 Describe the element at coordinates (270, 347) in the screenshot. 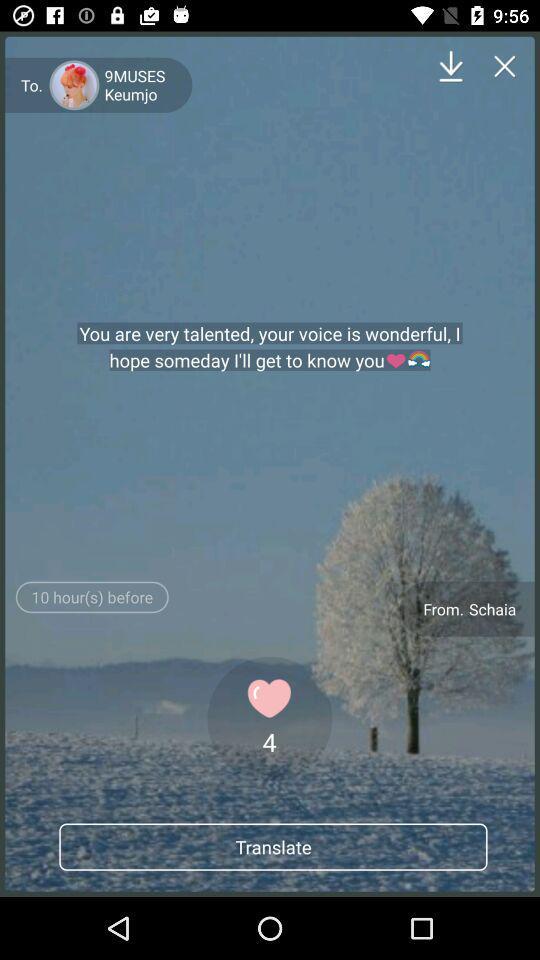

I see `you are very item` at that location.